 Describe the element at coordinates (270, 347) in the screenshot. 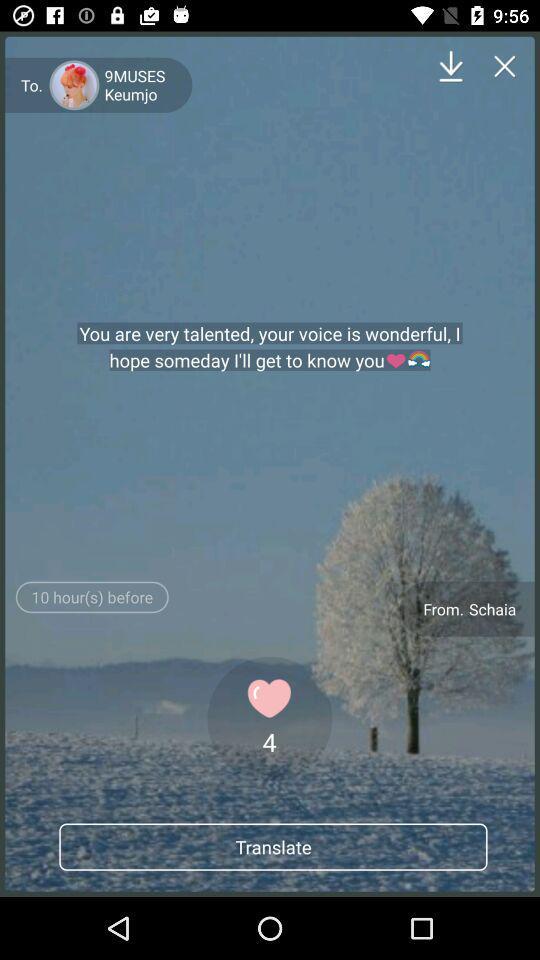

I see `you are very item` at that location.